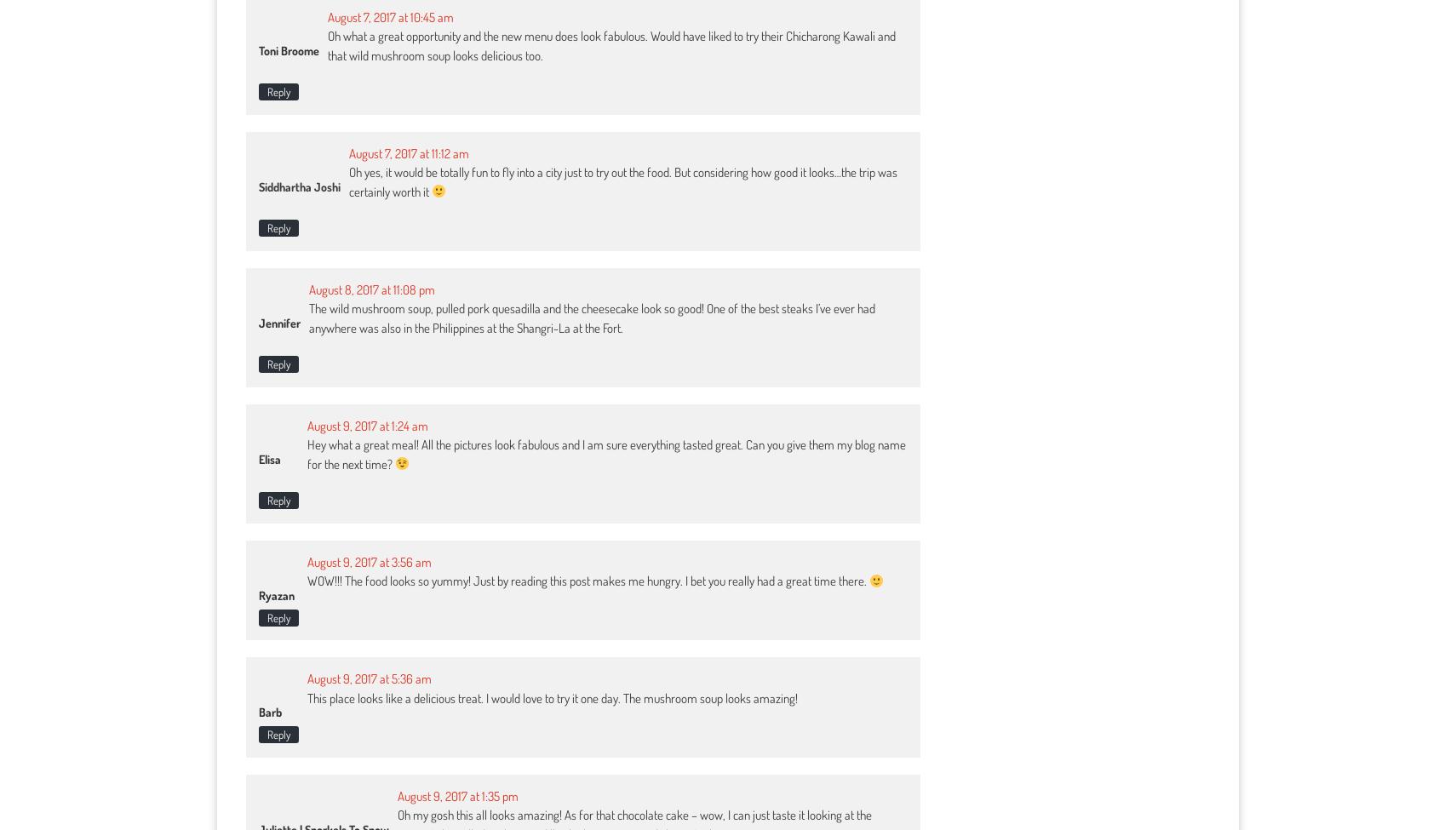 The image size is (1456, 830). Describe the element at coordinates (369, 678) in the screenshot. I see `'August 9, 2017 at 5:36 am'` at that location.